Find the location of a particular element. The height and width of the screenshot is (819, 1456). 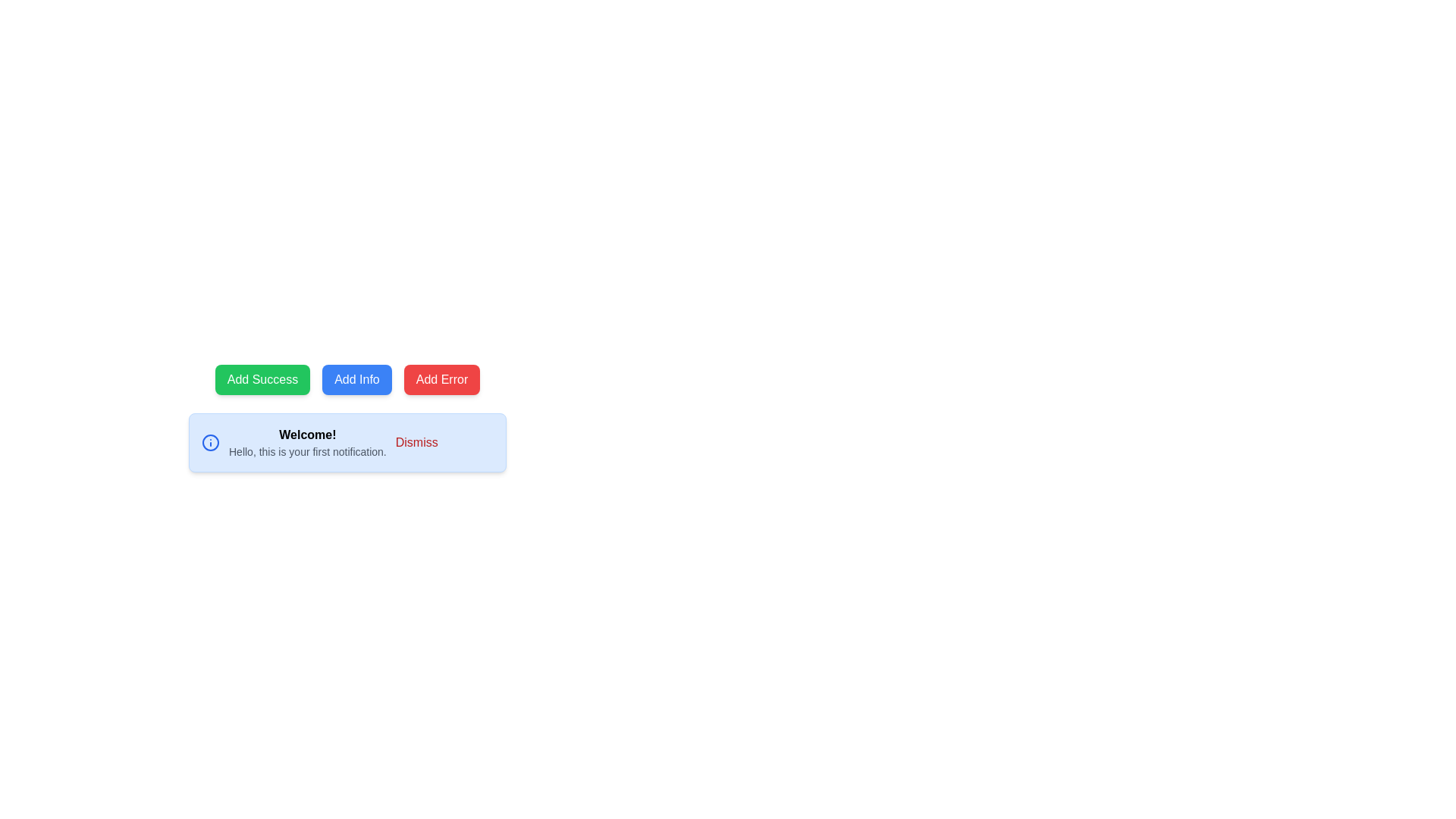

the 'Add Info' button, which has a blue background, white rounded corners, and displays the text 'Add Info' in white, to observe its hover effects is located at coordinates (356, 379).